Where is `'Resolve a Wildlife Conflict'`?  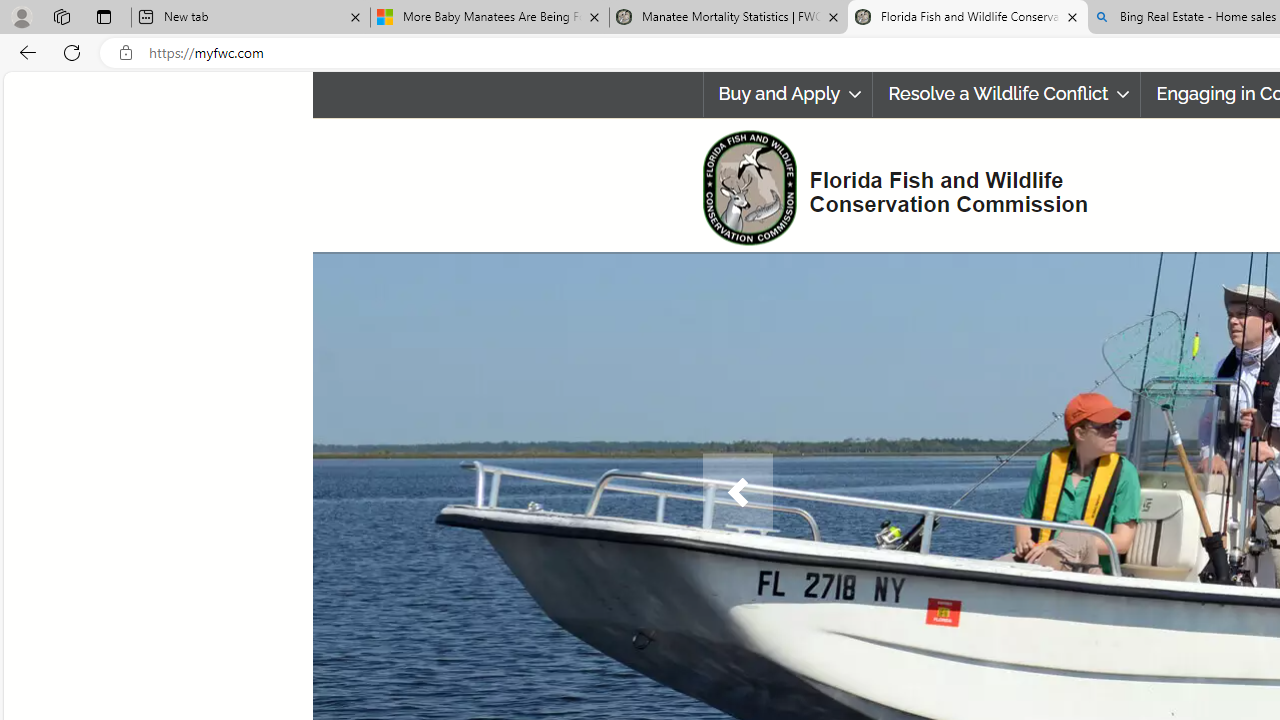 'Resolve a Wildlife Conflict' is located at coordinates (1006, 94).